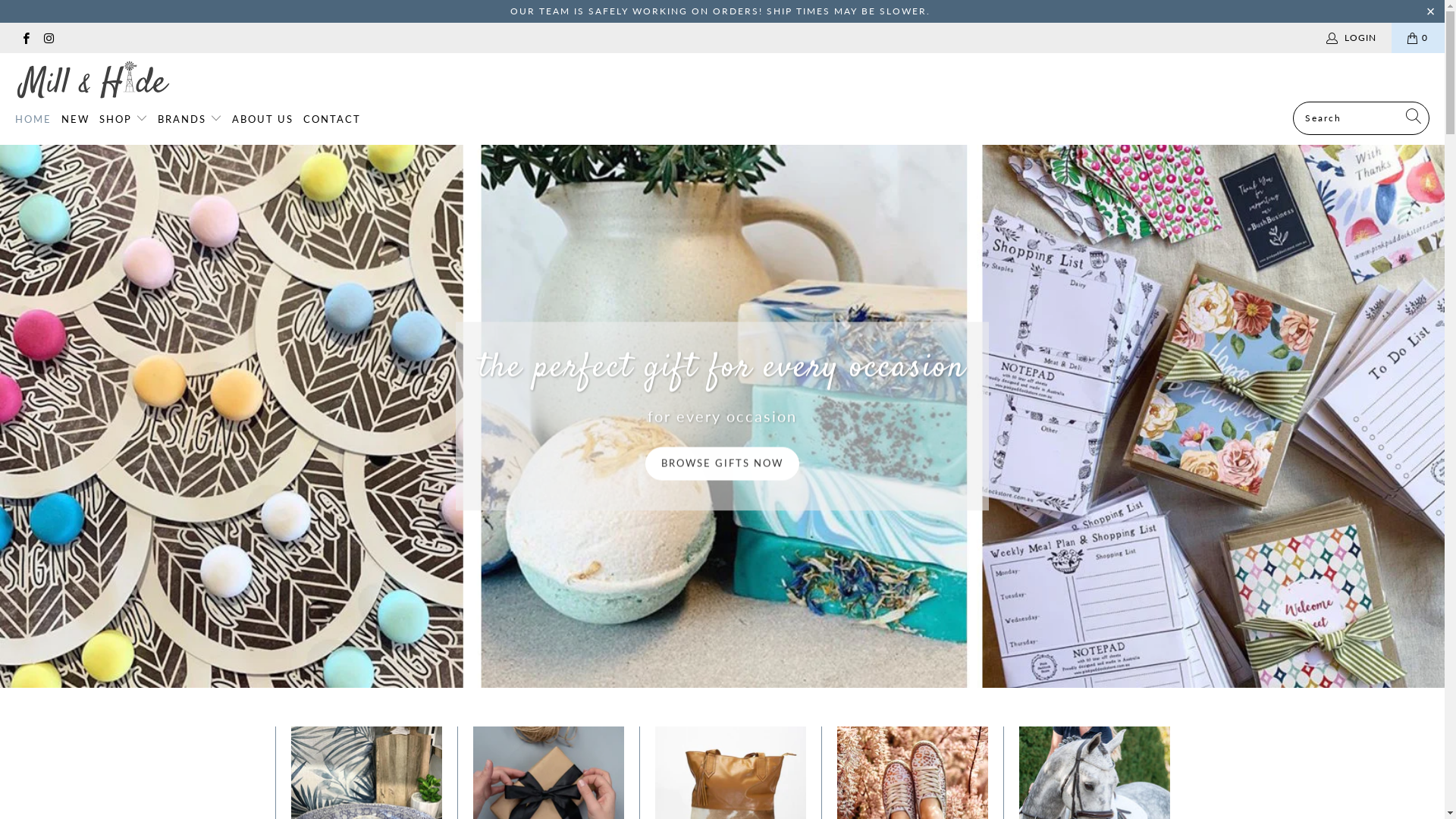  I want to click on '0', so click(1417, 37).